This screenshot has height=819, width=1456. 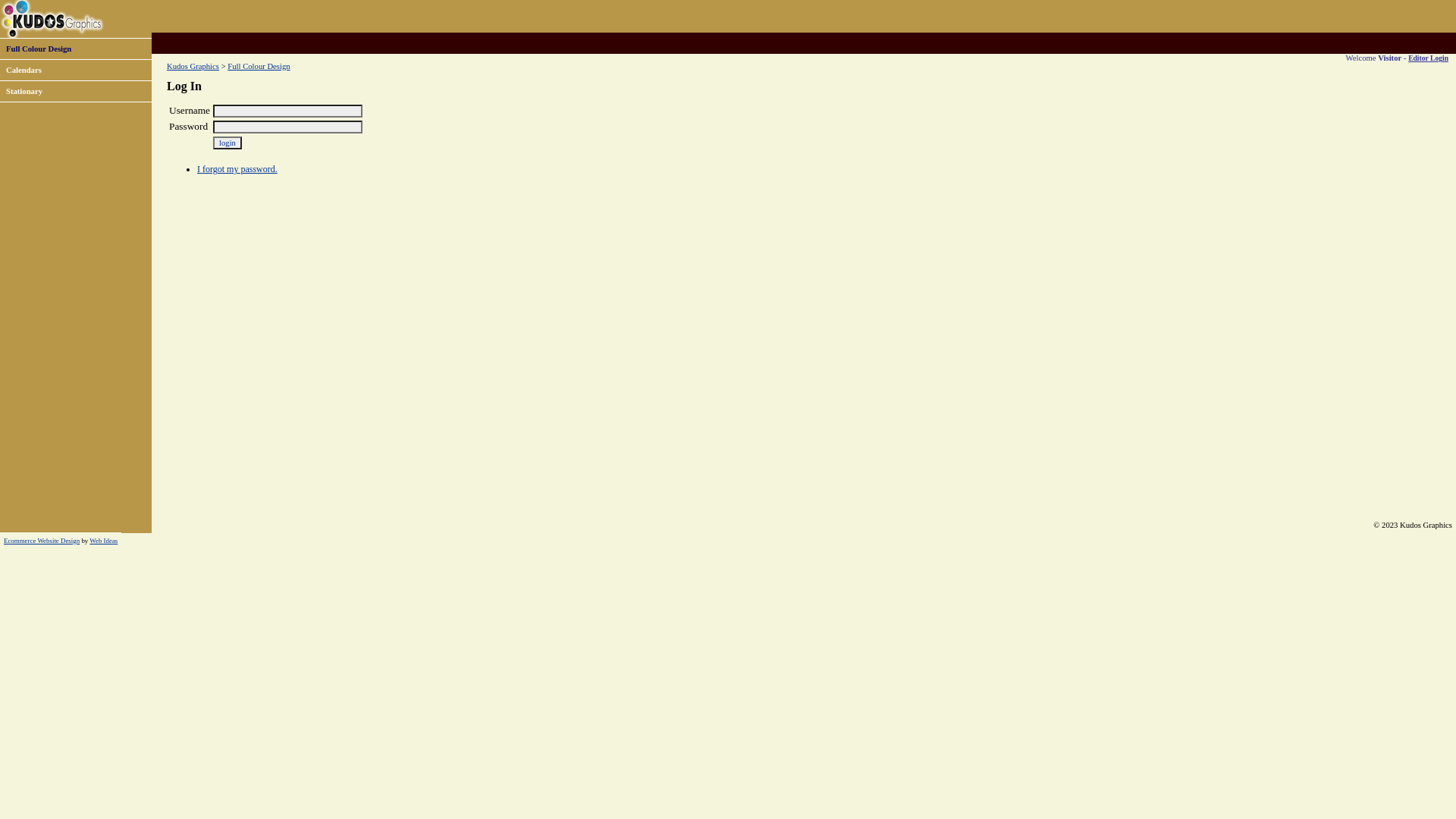 I want to click on 'Stationary', so click(x=24, y=91).